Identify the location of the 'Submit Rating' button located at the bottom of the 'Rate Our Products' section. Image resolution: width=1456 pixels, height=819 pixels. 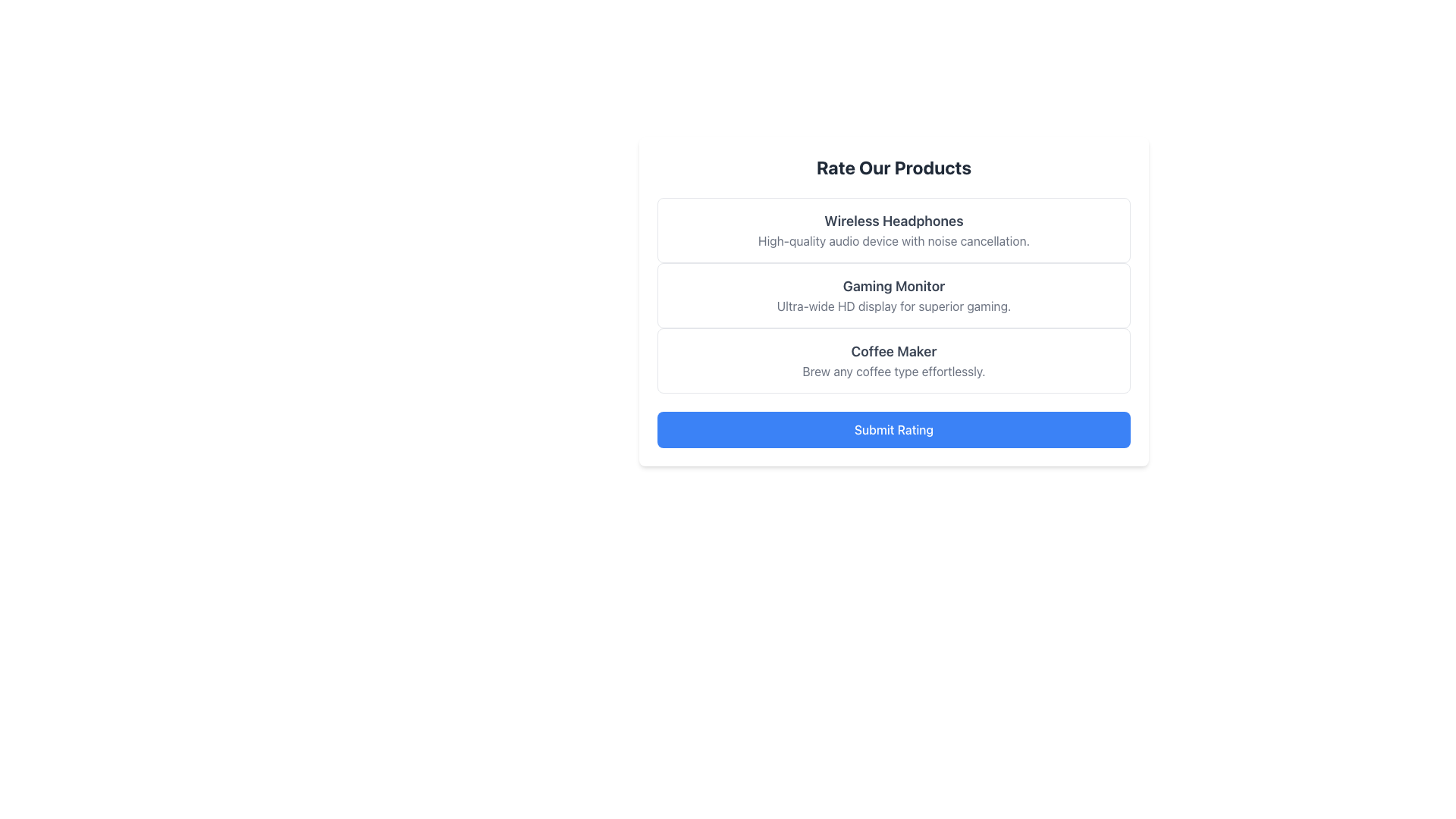
(894, 430).